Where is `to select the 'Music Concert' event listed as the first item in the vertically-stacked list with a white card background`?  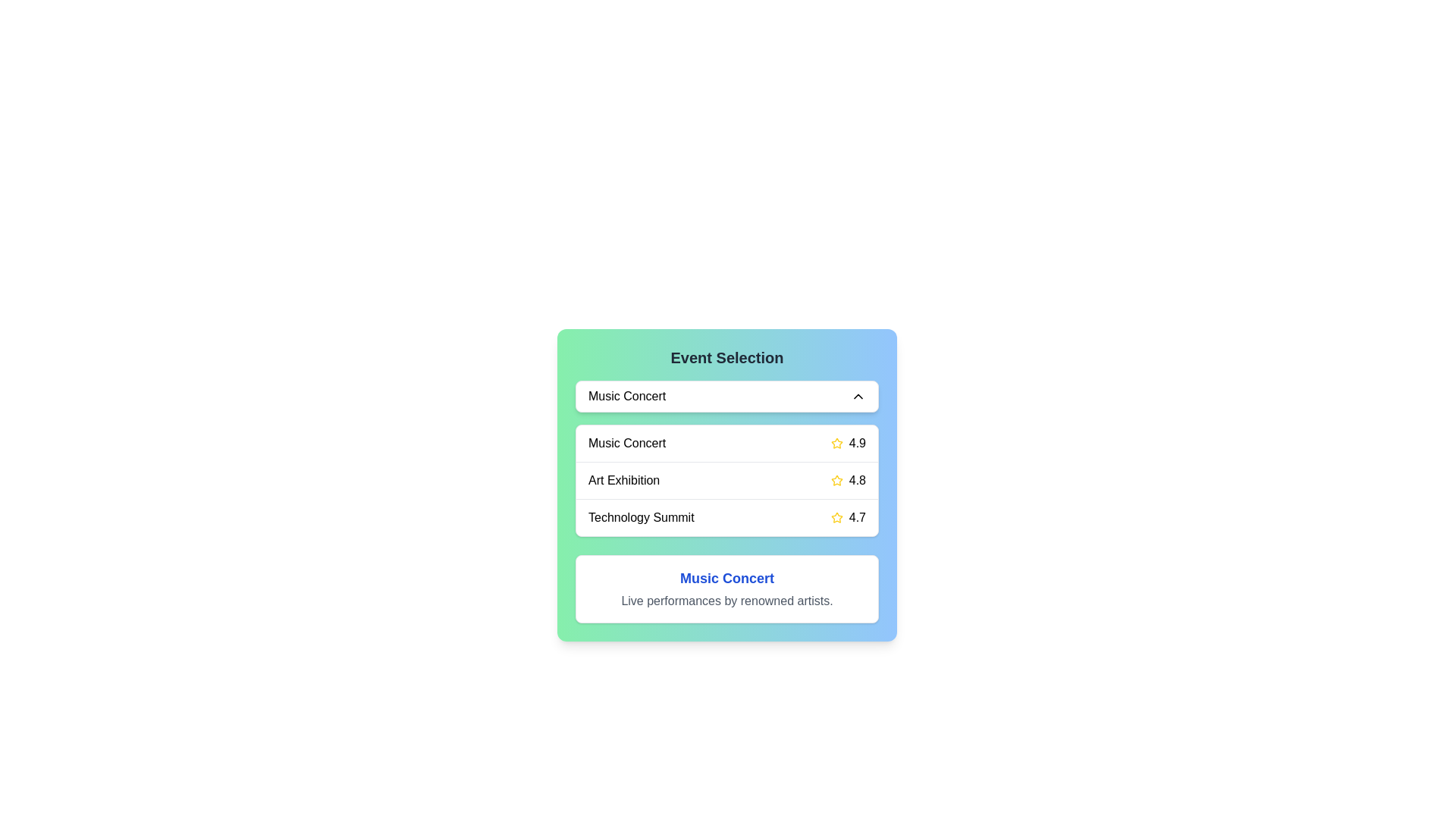 to select the 'Music Concert' event listed as the first item in the vertically-stacked list with a white card background is located at coordinates (726, 444).